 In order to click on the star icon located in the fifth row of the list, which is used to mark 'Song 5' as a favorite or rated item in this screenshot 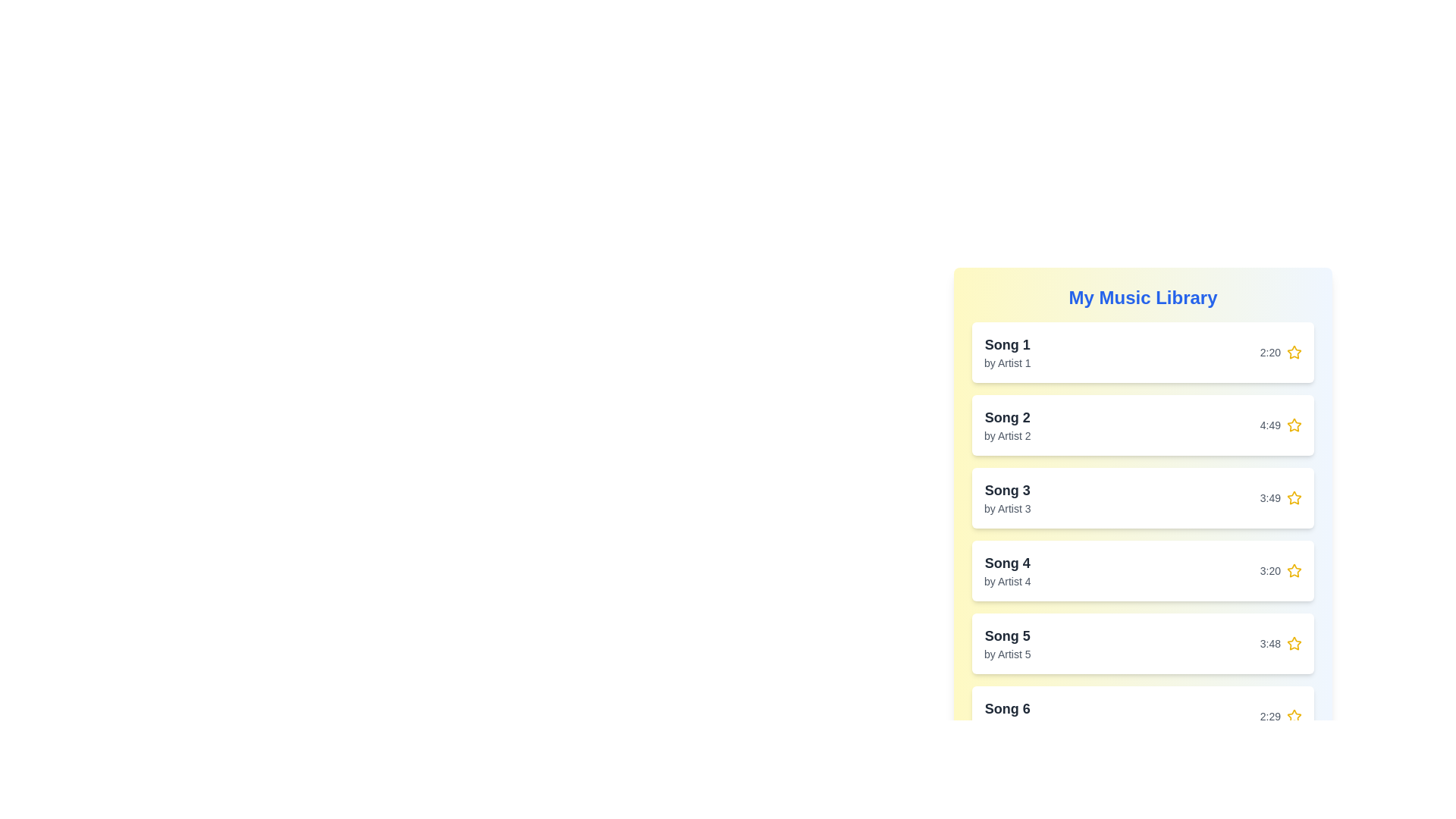, I will do `click(1294, 643)`.